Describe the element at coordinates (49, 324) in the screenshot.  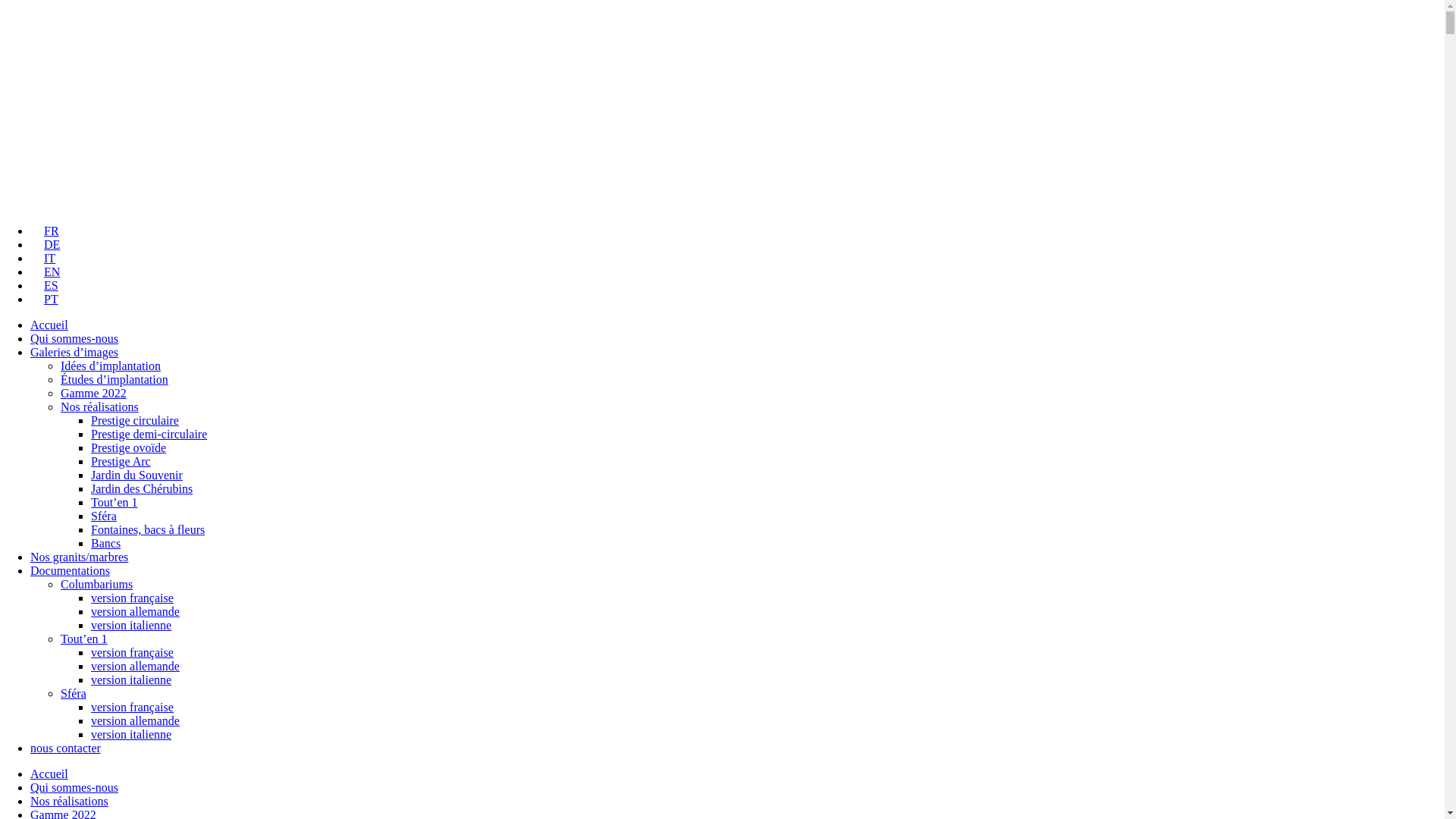
I see `'Accueil'` at that location.